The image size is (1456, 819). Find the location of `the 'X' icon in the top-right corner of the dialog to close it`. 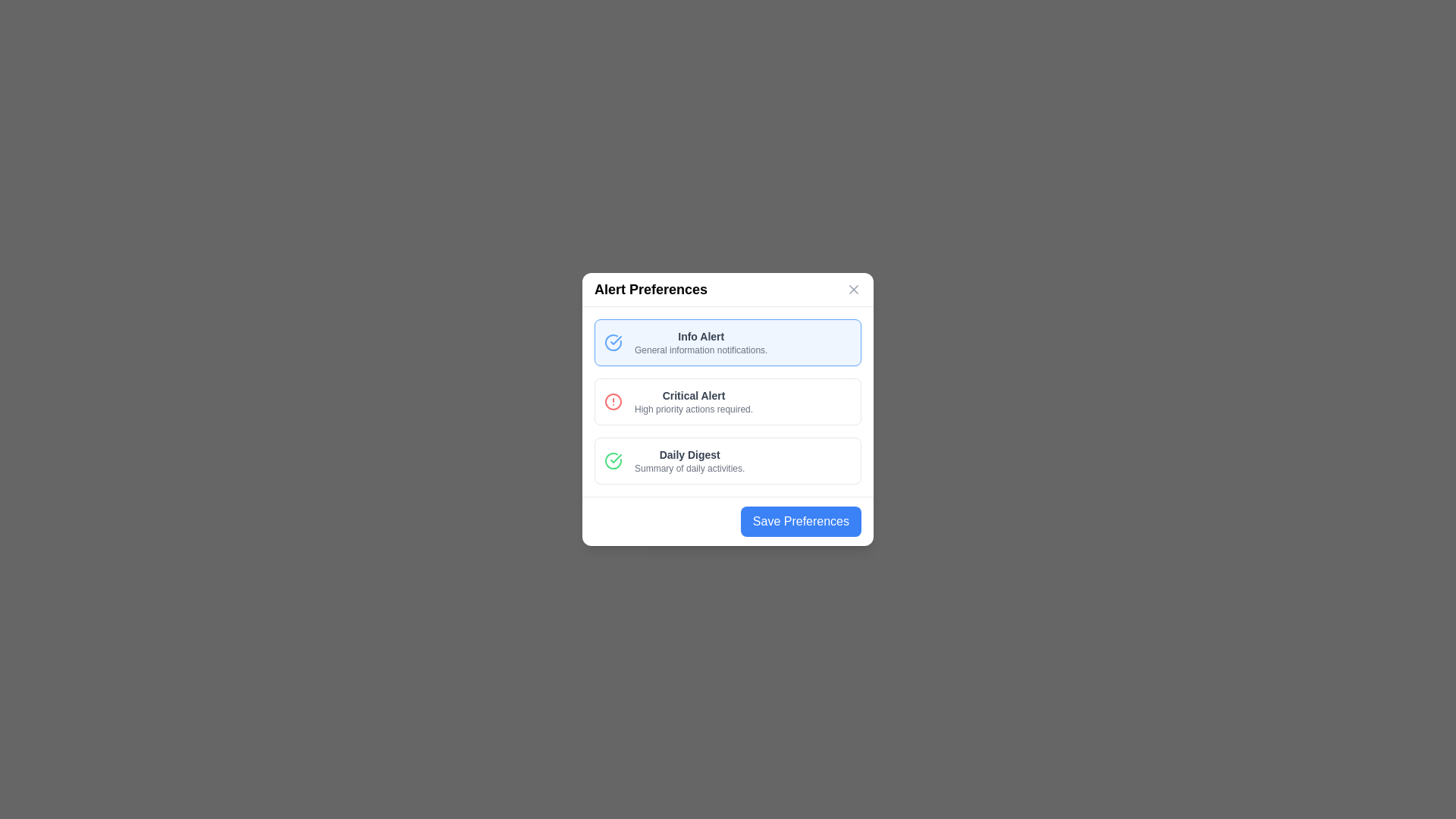

the 'X' icon in the top-right corner of the dialog to close it is located at coordinates (854, 289).